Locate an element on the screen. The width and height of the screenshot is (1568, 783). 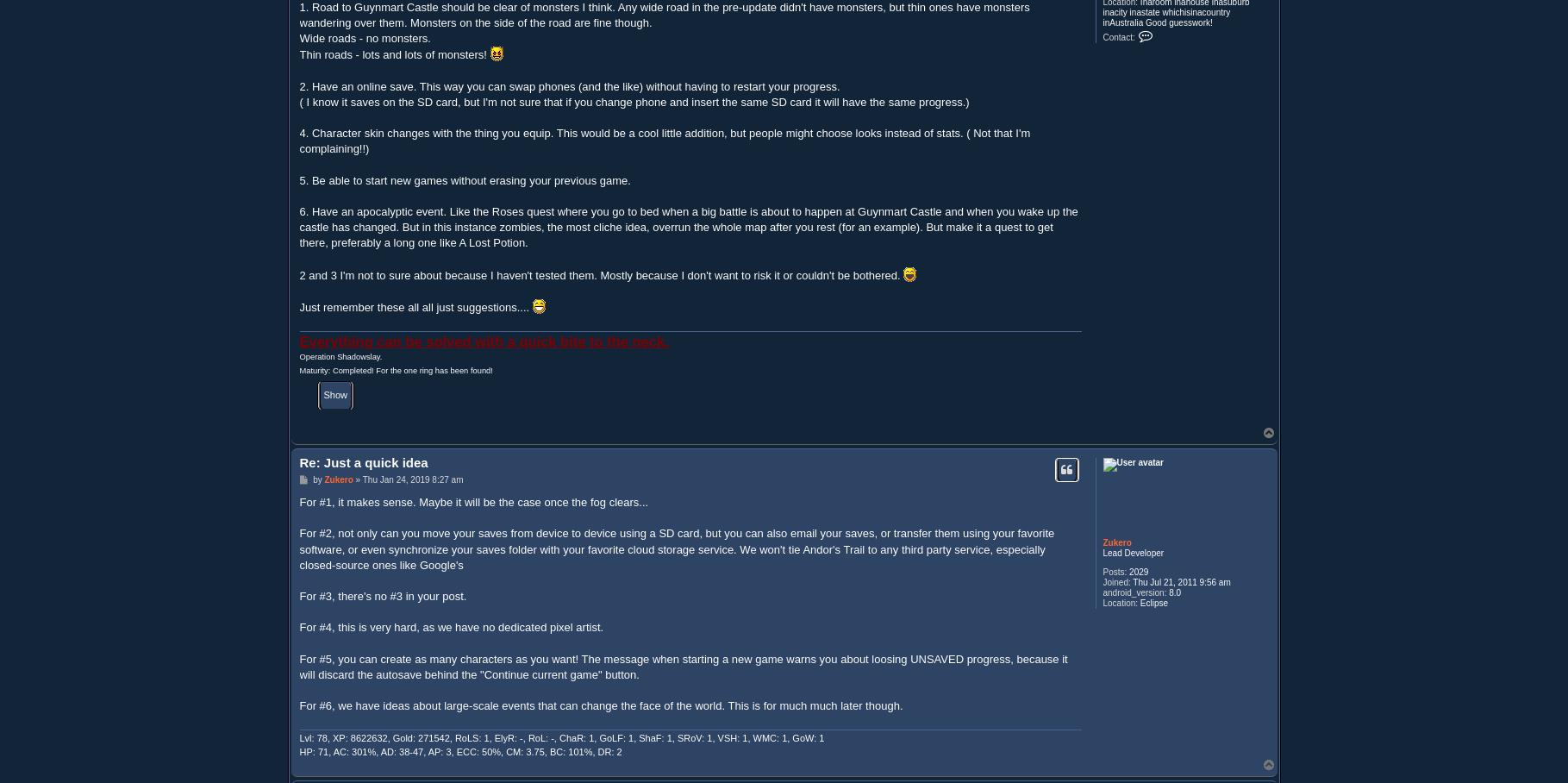
'8.0' is located at coordinates (1172, 591).